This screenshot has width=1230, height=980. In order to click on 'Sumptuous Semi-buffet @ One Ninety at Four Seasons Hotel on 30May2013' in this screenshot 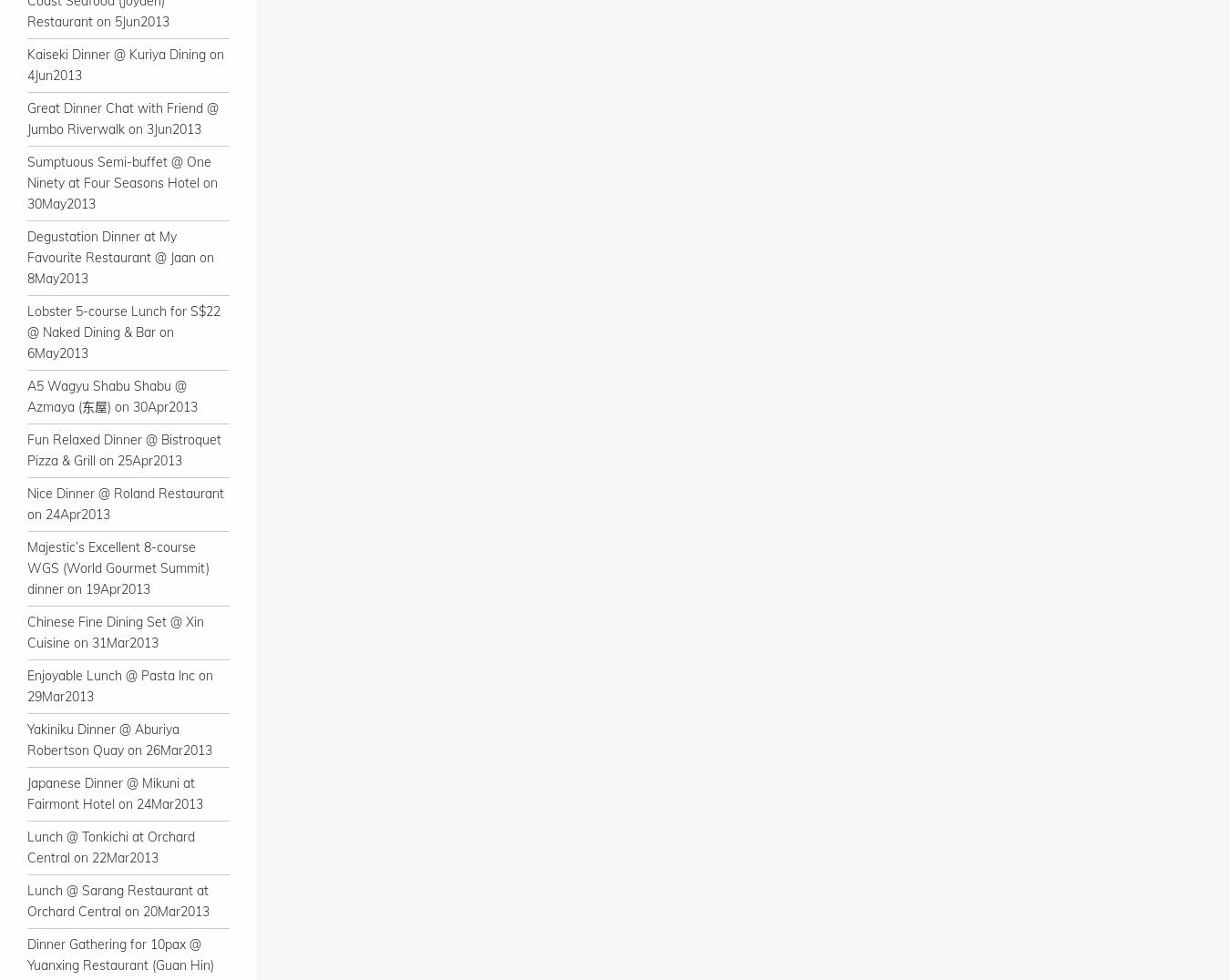, I will do `click(122, 181)`.